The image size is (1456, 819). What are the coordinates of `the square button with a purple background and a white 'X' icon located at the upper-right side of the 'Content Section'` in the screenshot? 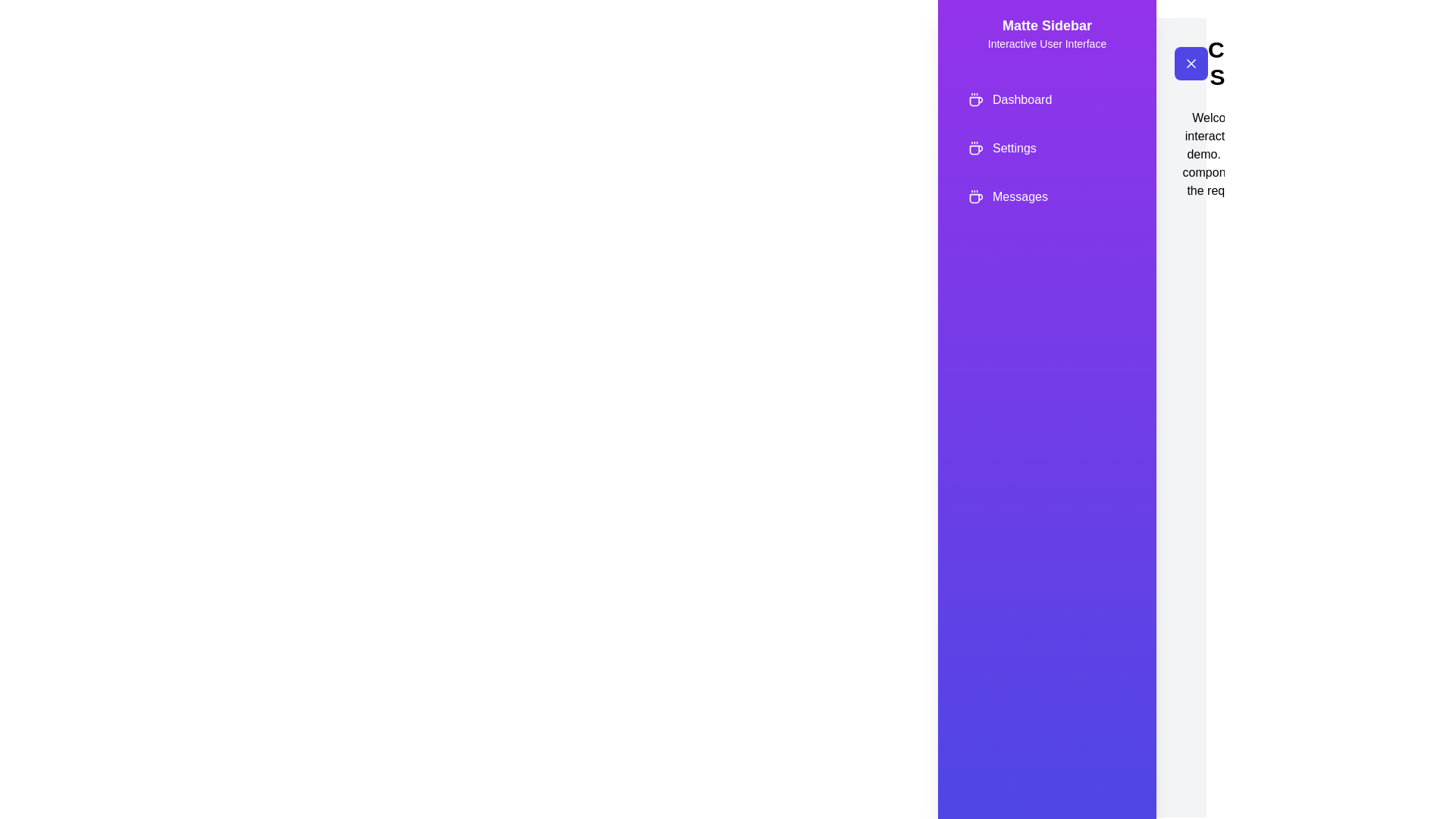 It's located at (1190, 63).